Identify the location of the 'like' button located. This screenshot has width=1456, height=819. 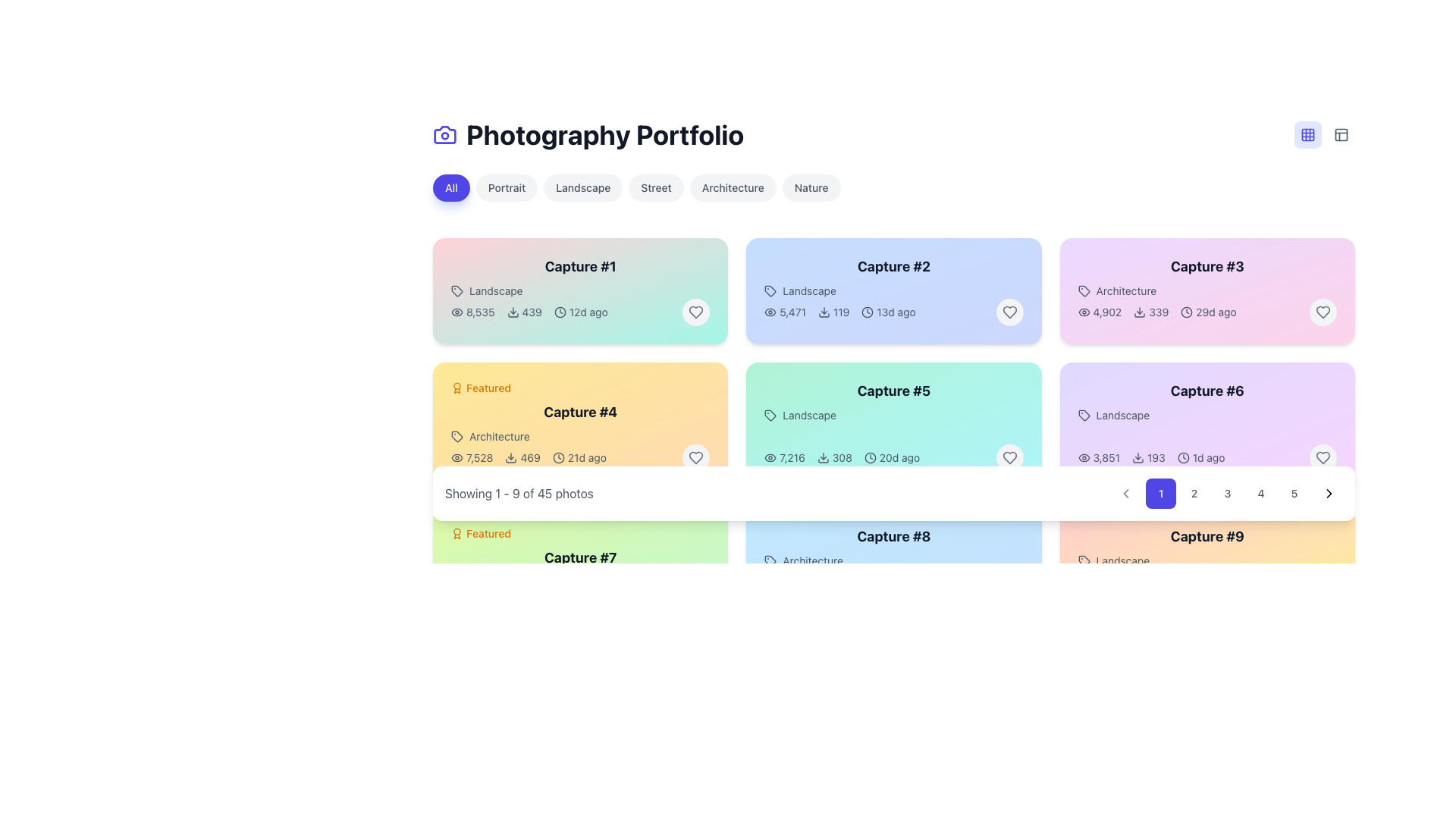
(1323, 457).